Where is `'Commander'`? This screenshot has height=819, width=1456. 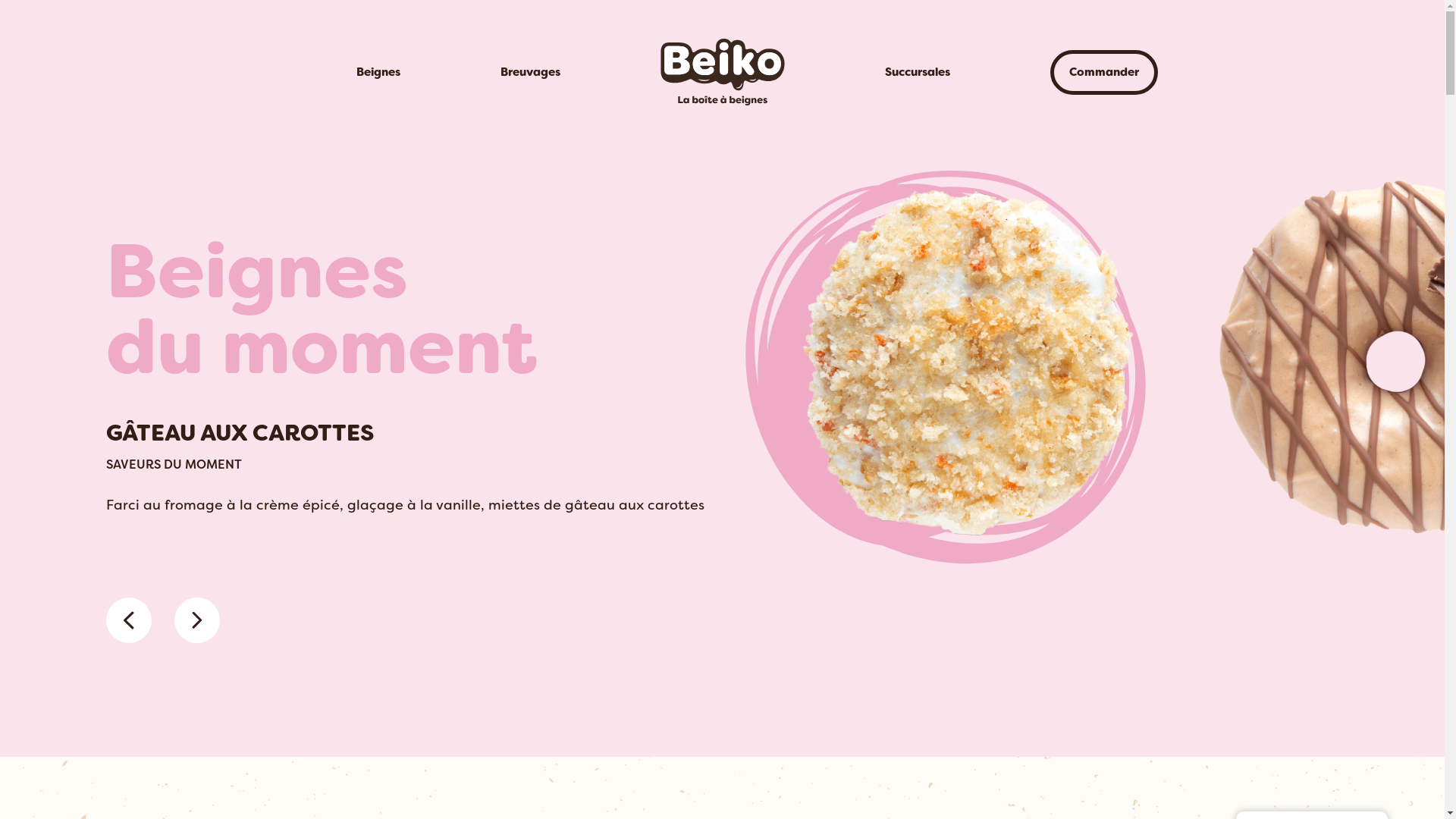 'Commander' is located at coordinates (1103, 72).